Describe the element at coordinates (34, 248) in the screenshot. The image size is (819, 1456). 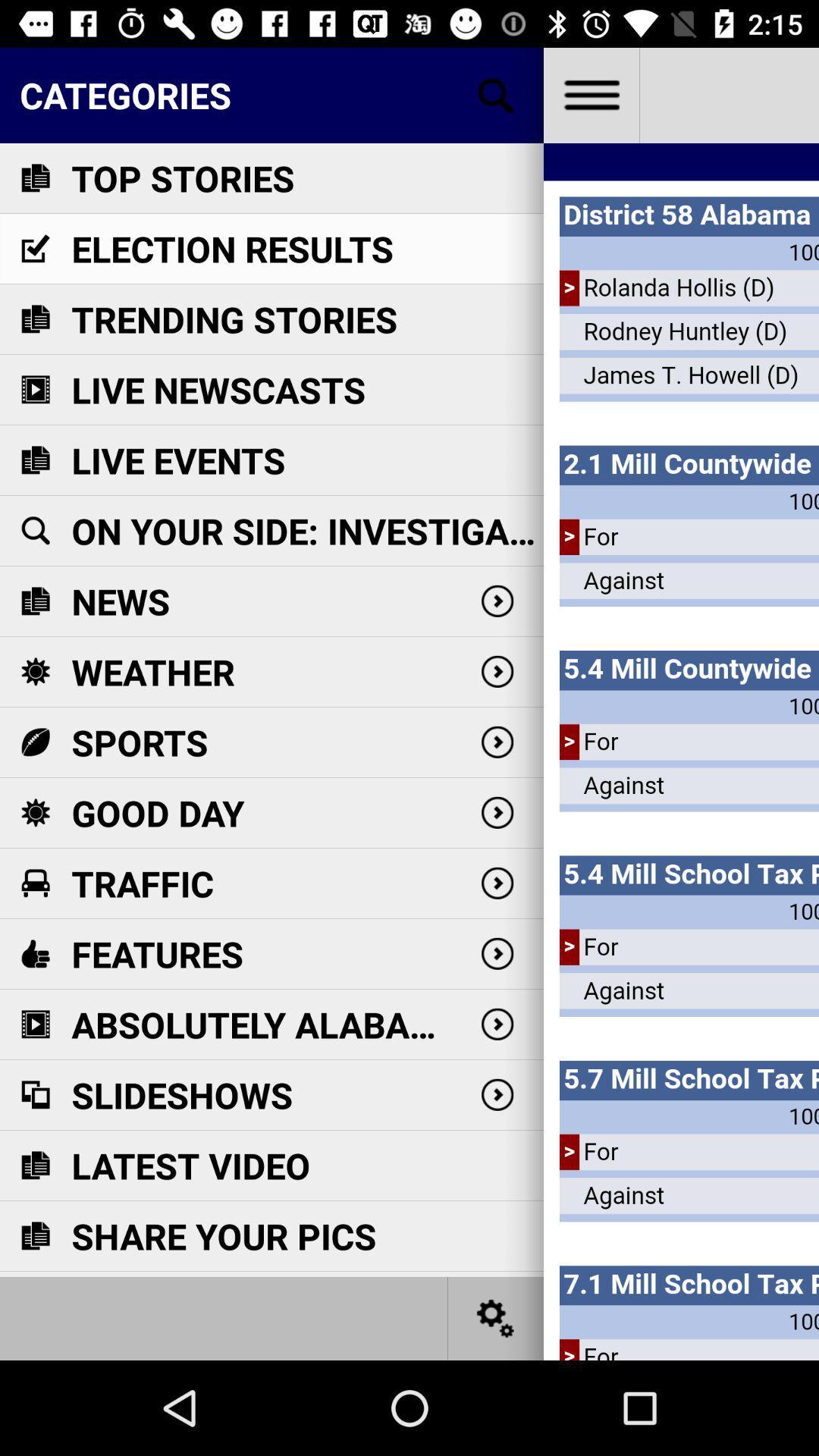
I see `the icon which is before election results` at that location.